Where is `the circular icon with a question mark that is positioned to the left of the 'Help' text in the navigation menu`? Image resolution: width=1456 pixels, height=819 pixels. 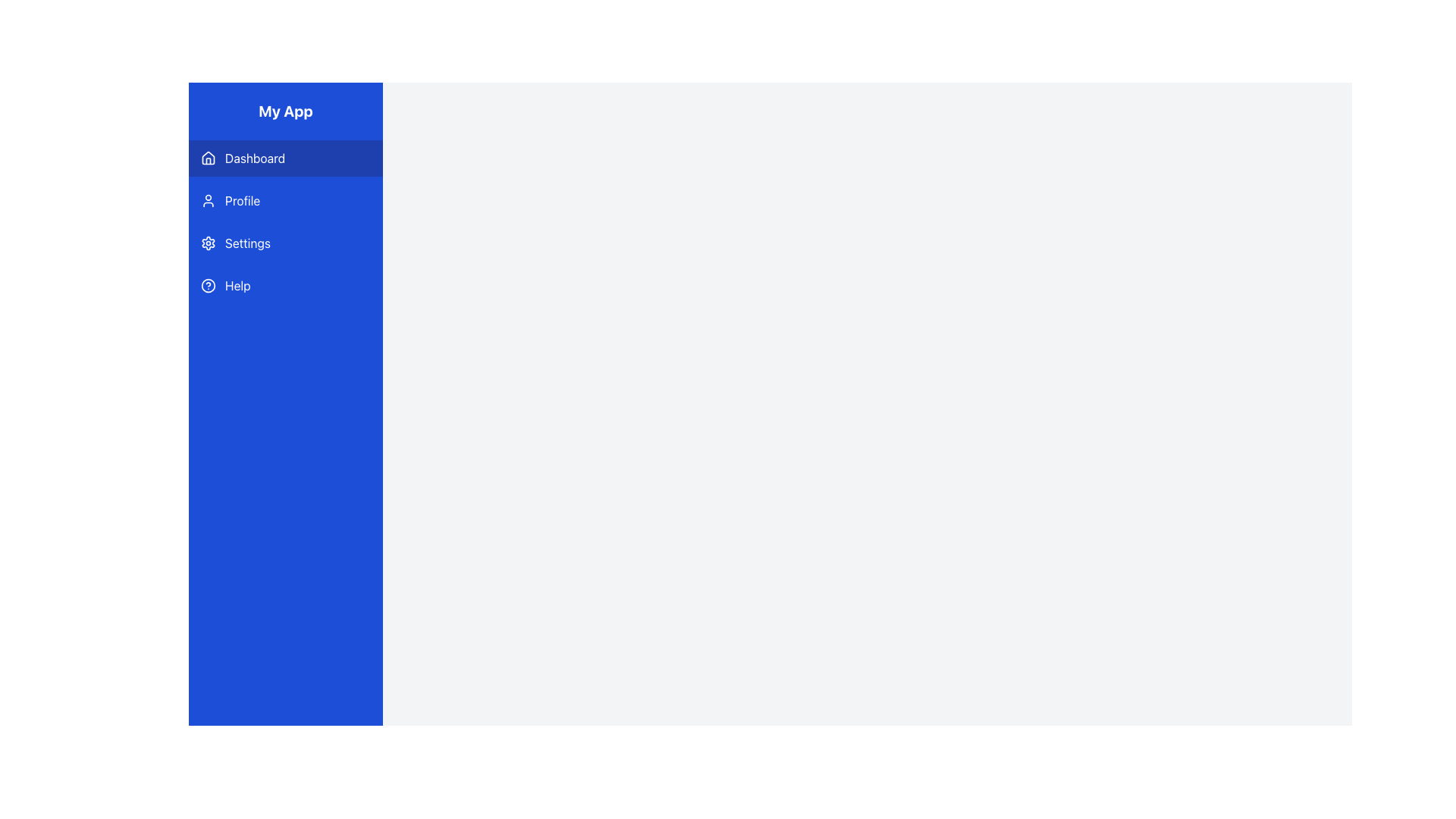
the circular icon with a question mark that is positioned to the left of the 'Help' text in the navigation menu is located at coordinates (207, 286).